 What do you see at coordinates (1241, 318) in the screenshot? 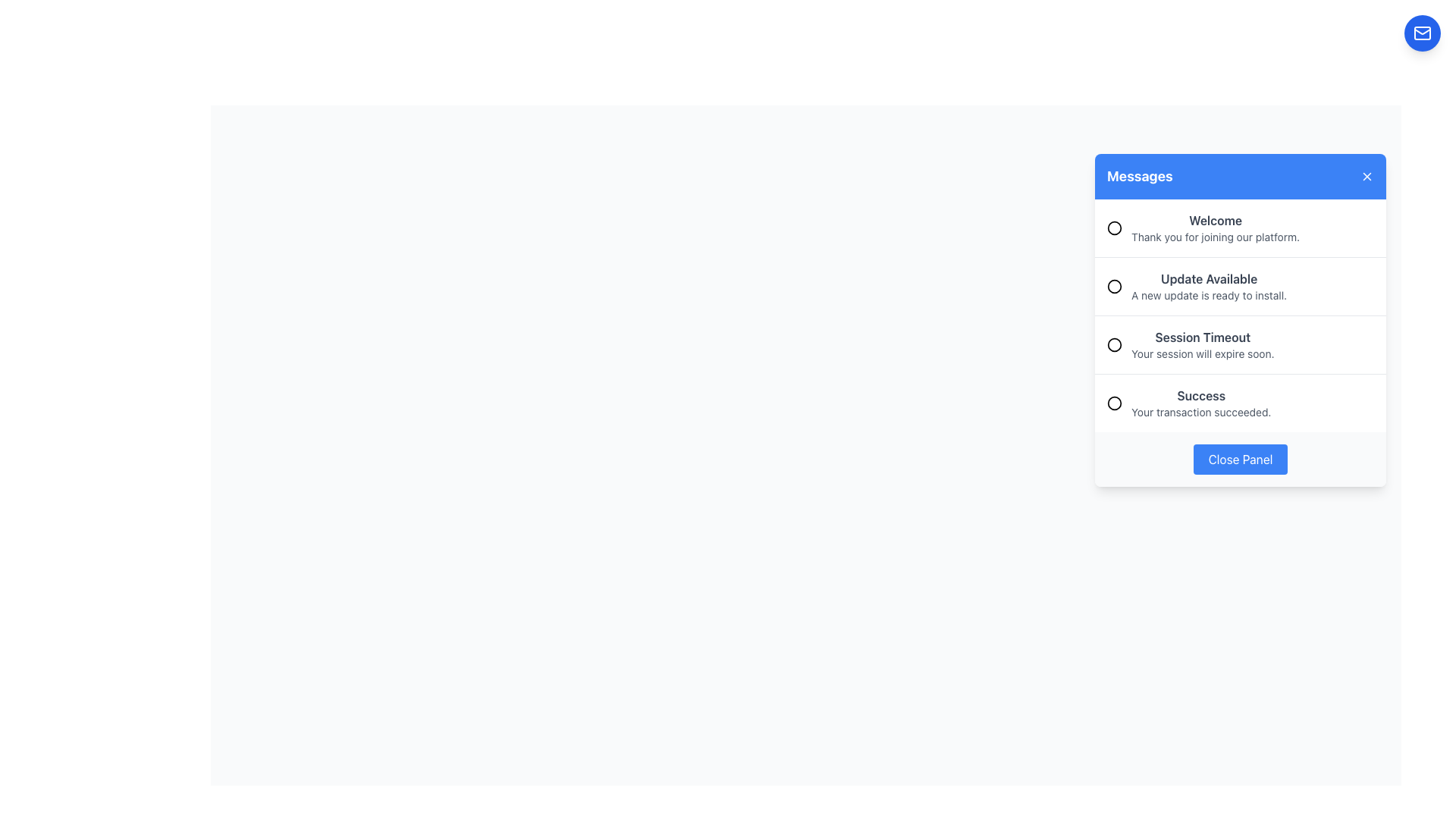
I see `message from the third notification in the Informational Section, which is positioned below 'Update Available' and above 'Success'` at bounding box center [1241, 318].